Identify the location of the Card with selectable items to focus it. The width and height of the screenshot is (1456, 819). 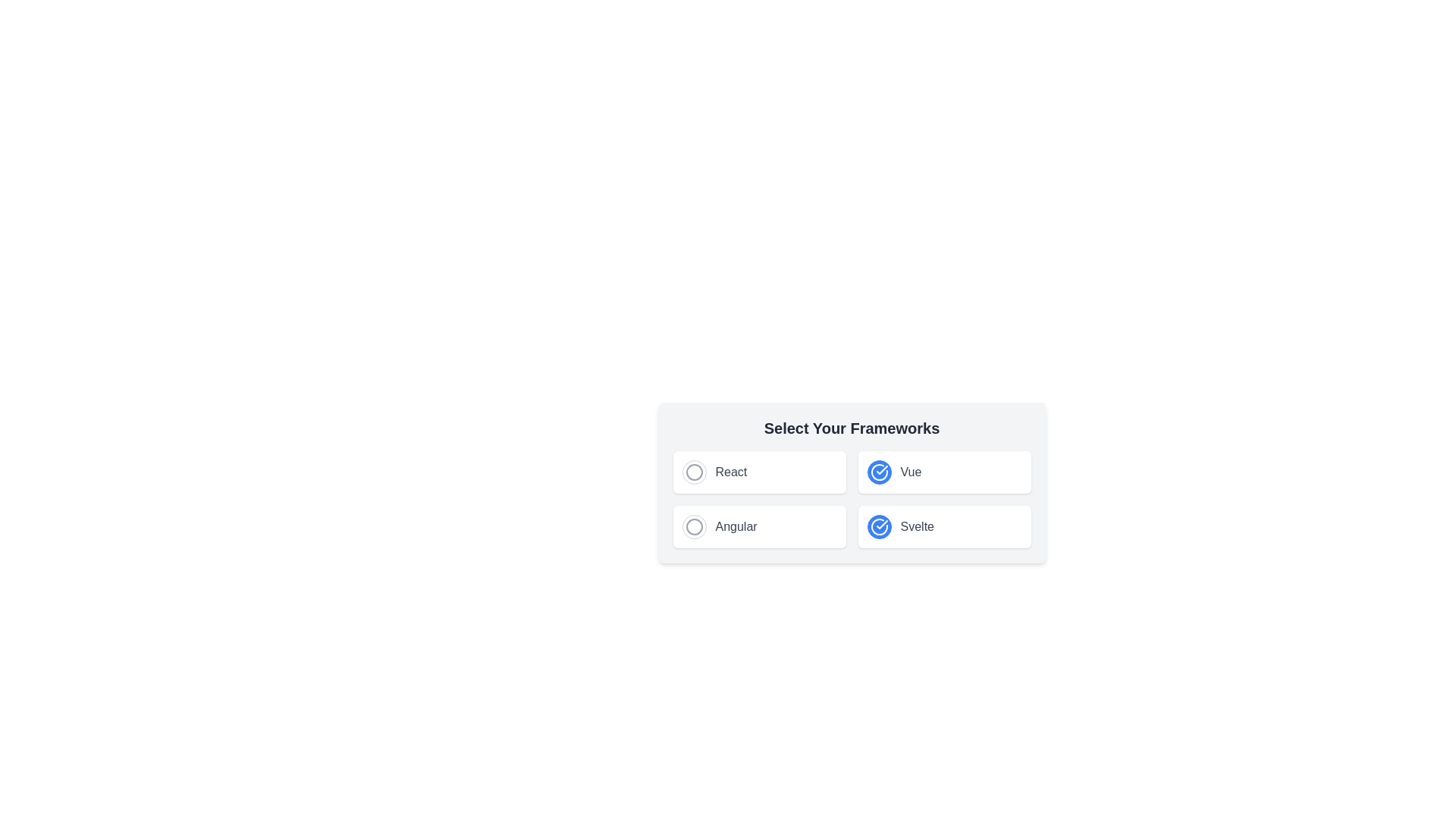
(852, 482).